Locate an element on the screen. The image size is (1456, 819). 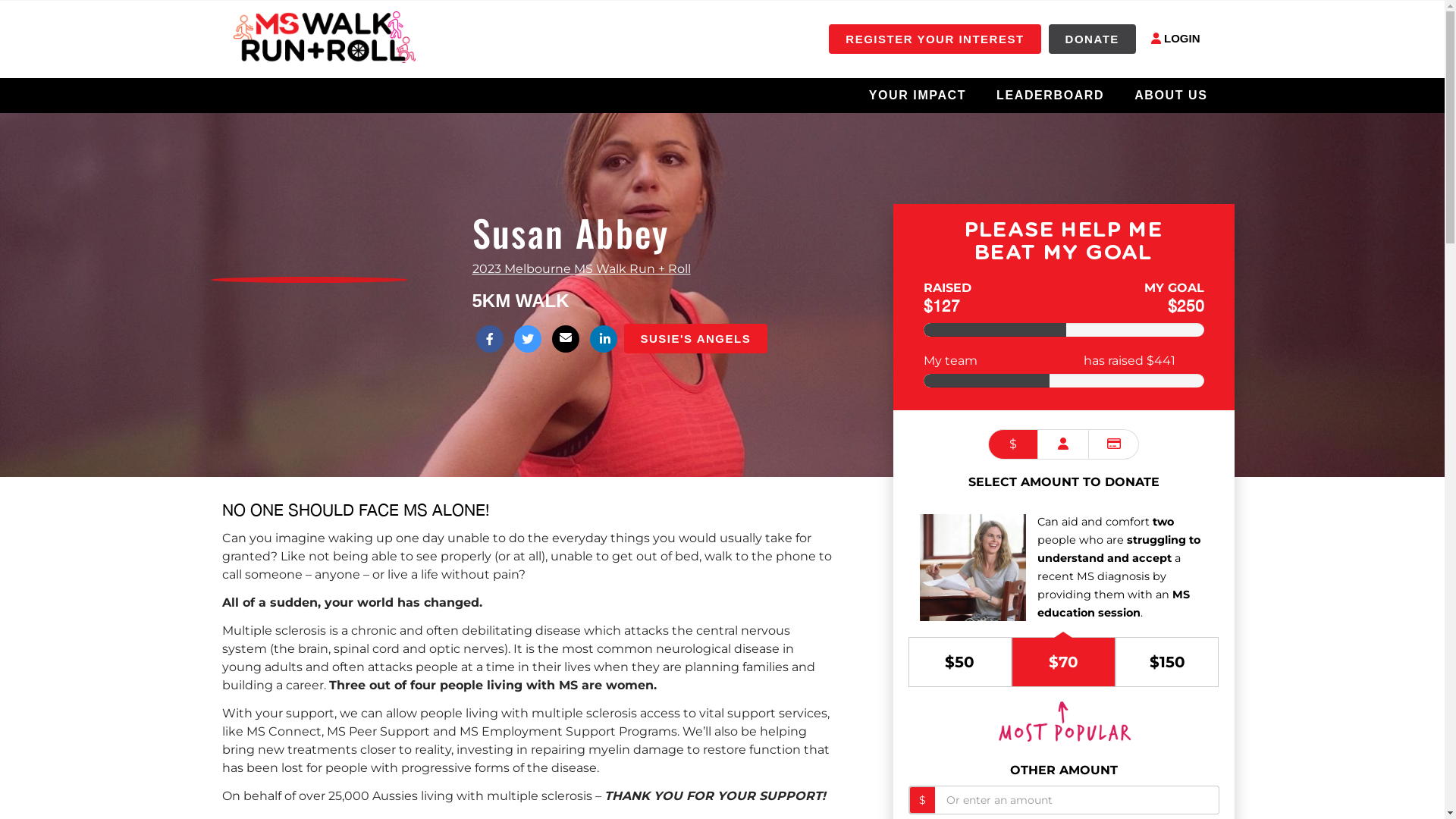
'SUSIE'S ANGELS' is located at coordinates (694, 337).